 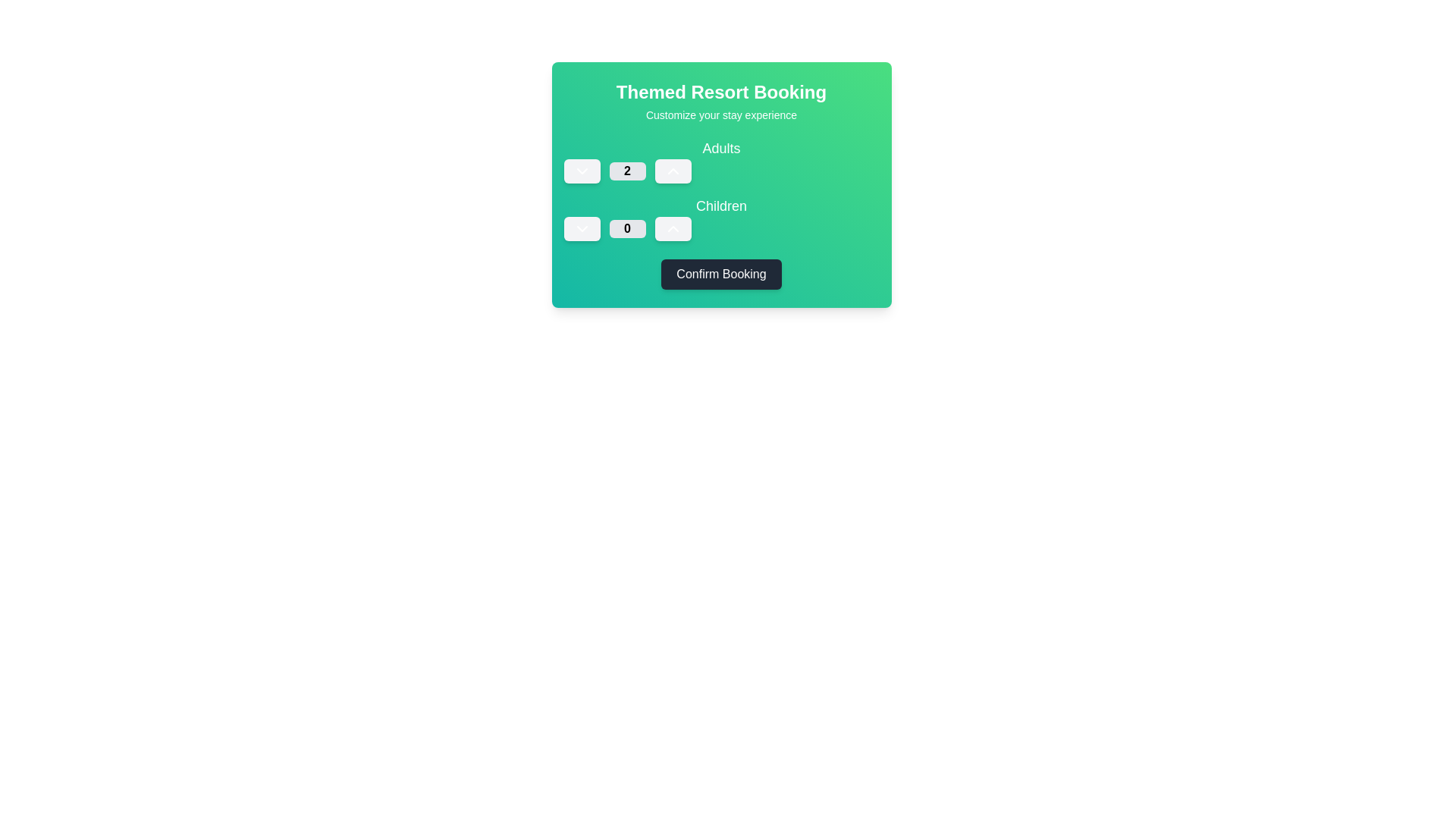 I want to click on the increment button positioned to the far right side of the control set associated with children count, so click(x=672, y=228).